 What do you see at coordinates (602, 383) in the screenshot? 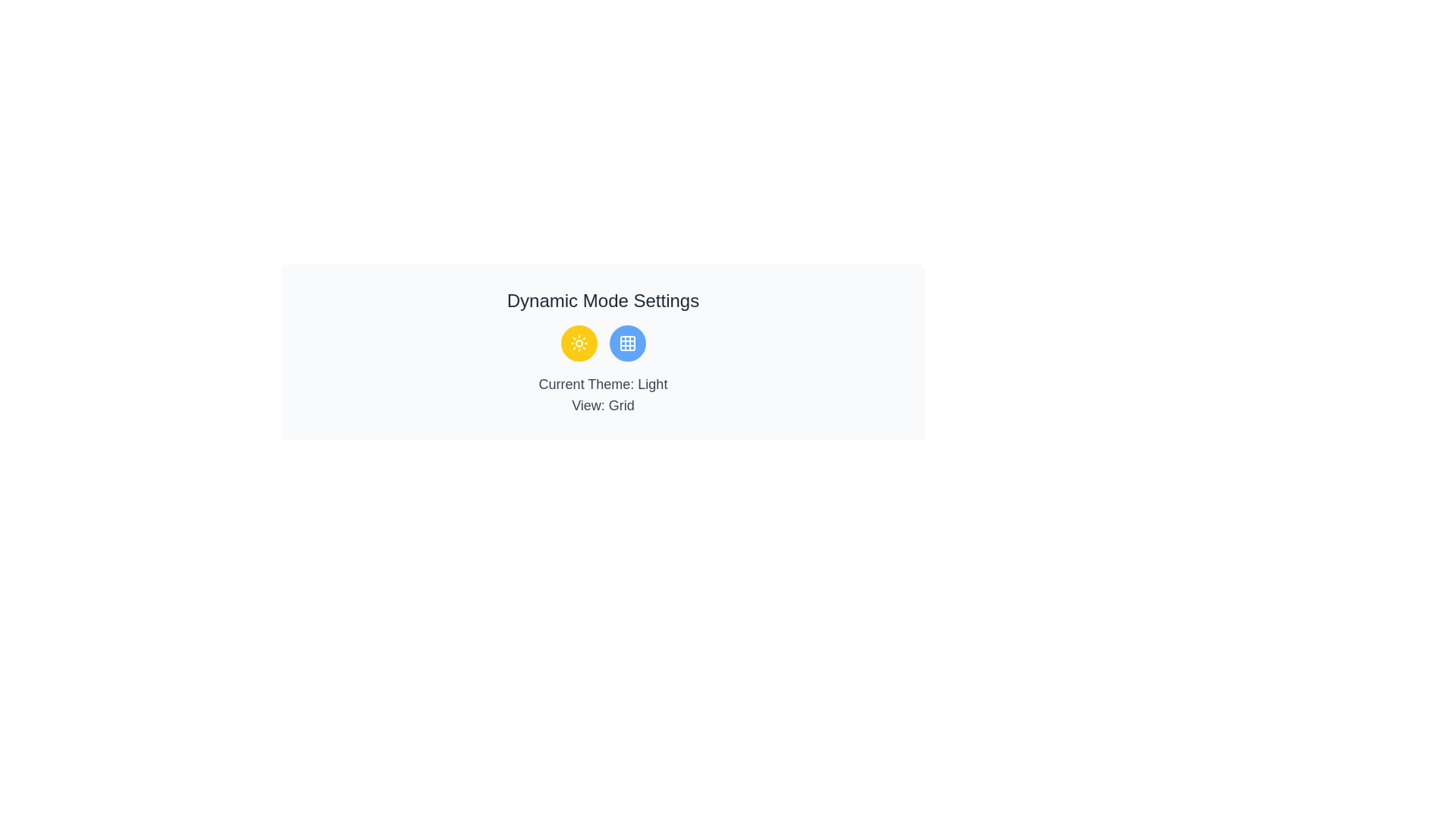
I see `the text label displaying 'Current Theme: Light', which is centrally aligned and located above the text line 'View: Grid'` at bounding box center [602, 383].